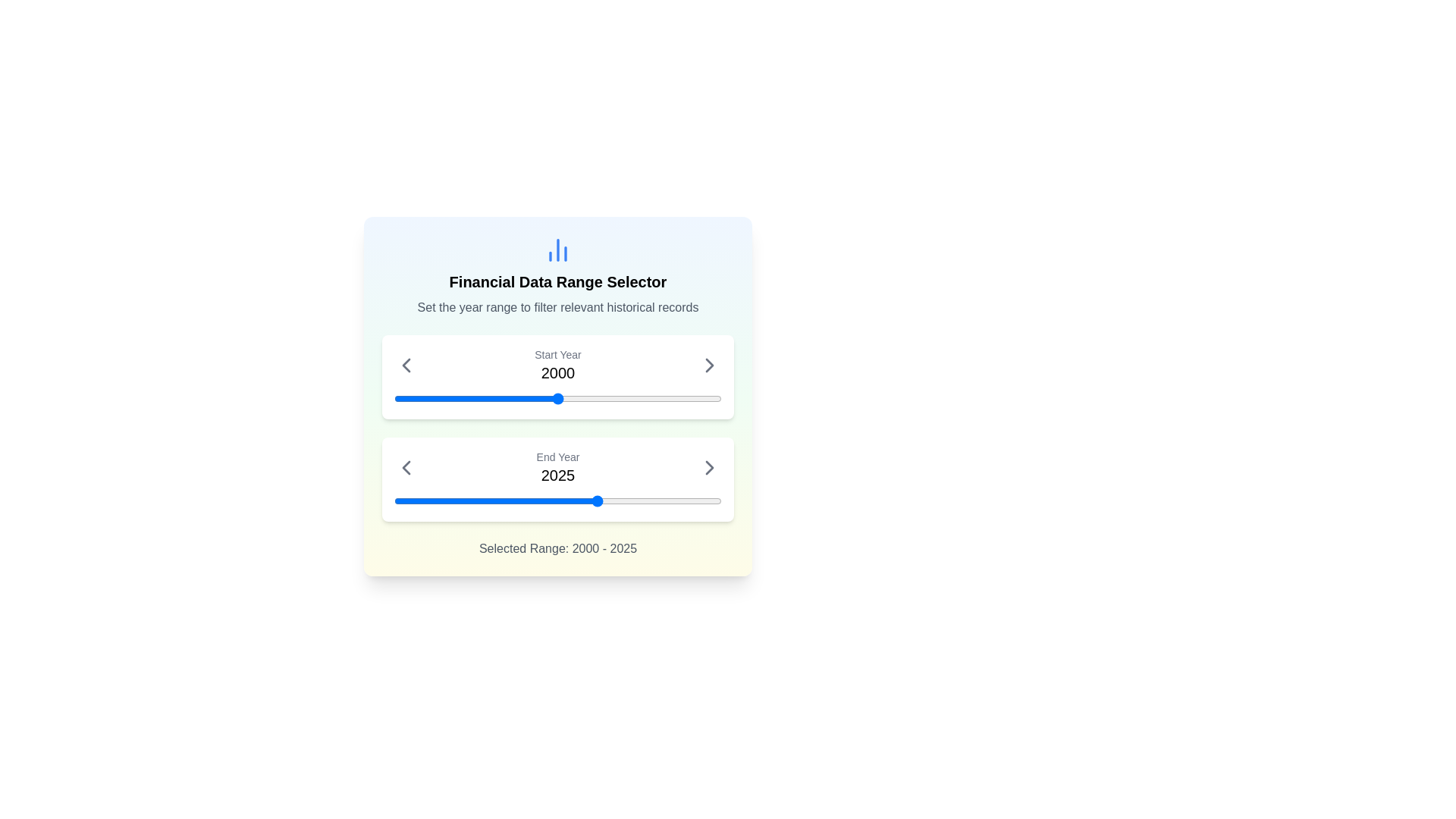 The width and height of the screenshot is (1456, 819). What do you see at coordinates (600, 397) in the screenshot?
I see `the start year` at bounding box center [600, 397].